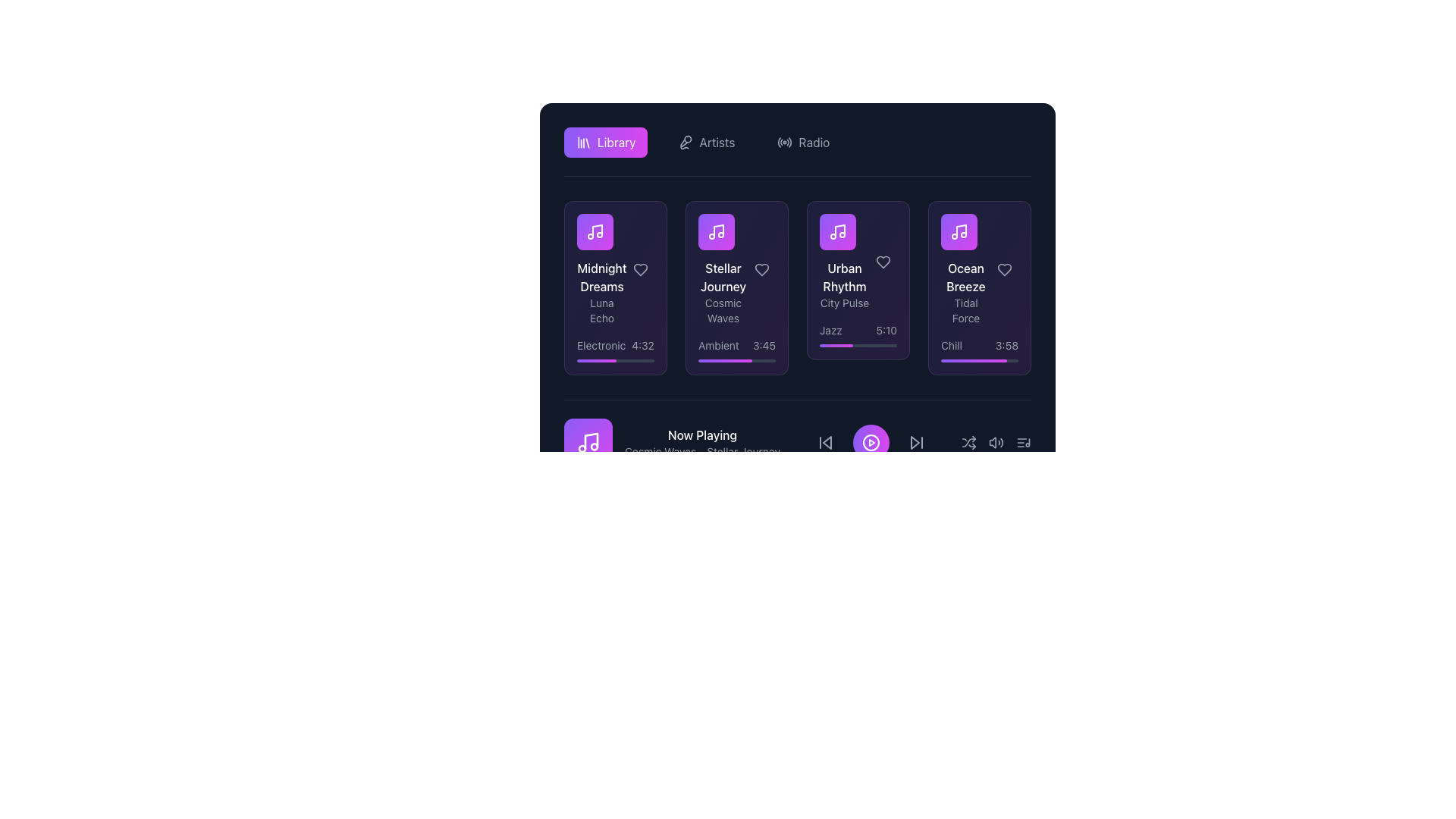 The image size is (1456, 819). I want to click on the navigational text label displaying 'Radio' in a light gray font, part of the top navigation menu, so click(813, 143).